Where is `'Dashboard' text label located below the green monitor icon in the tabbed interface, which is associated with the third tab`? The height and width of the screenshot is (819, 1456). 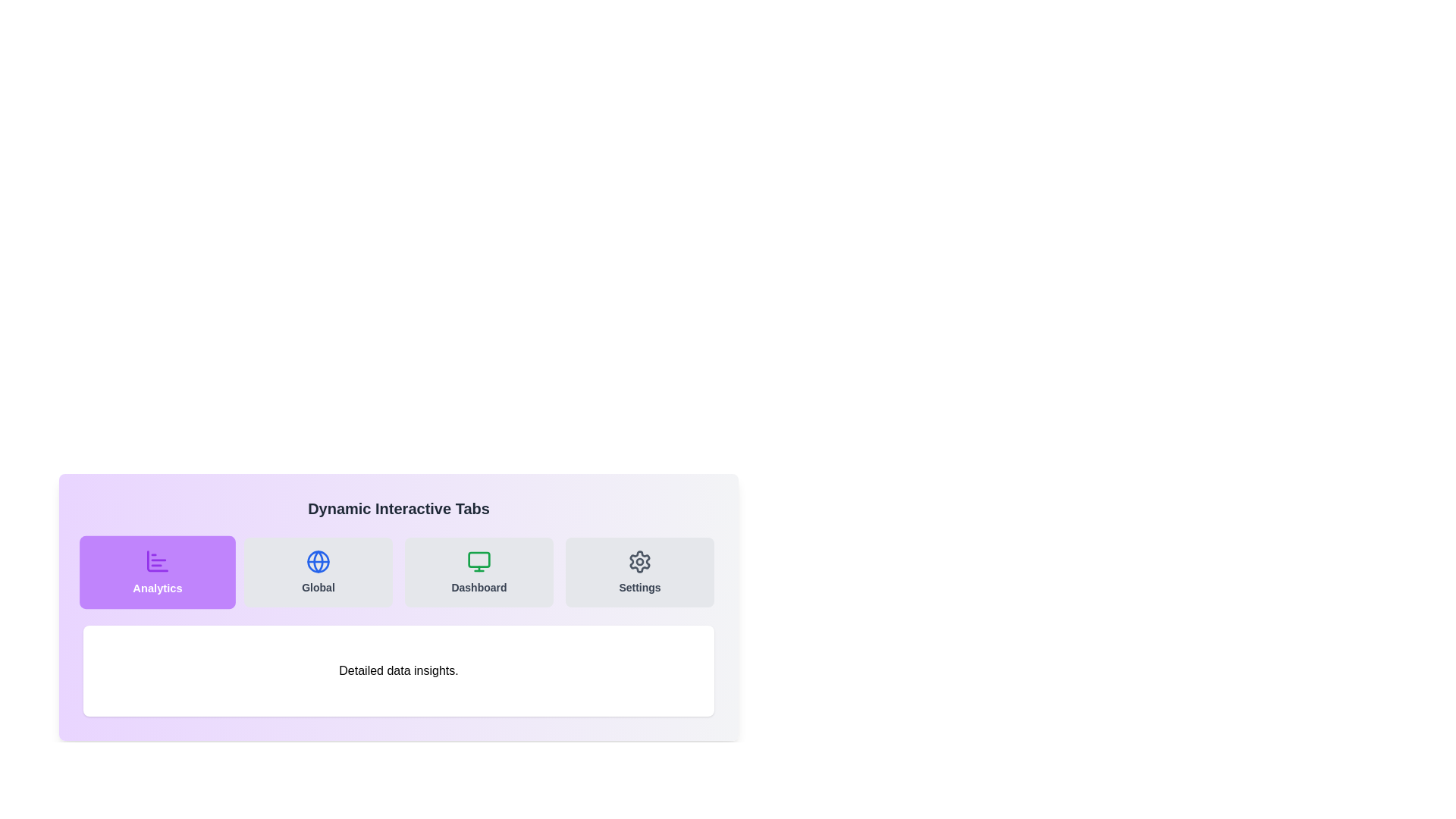 'Dashboard' text label located below the green monitor icon in the tabbed interface, which is associated with the third tab is located at coordinates (479, 587).